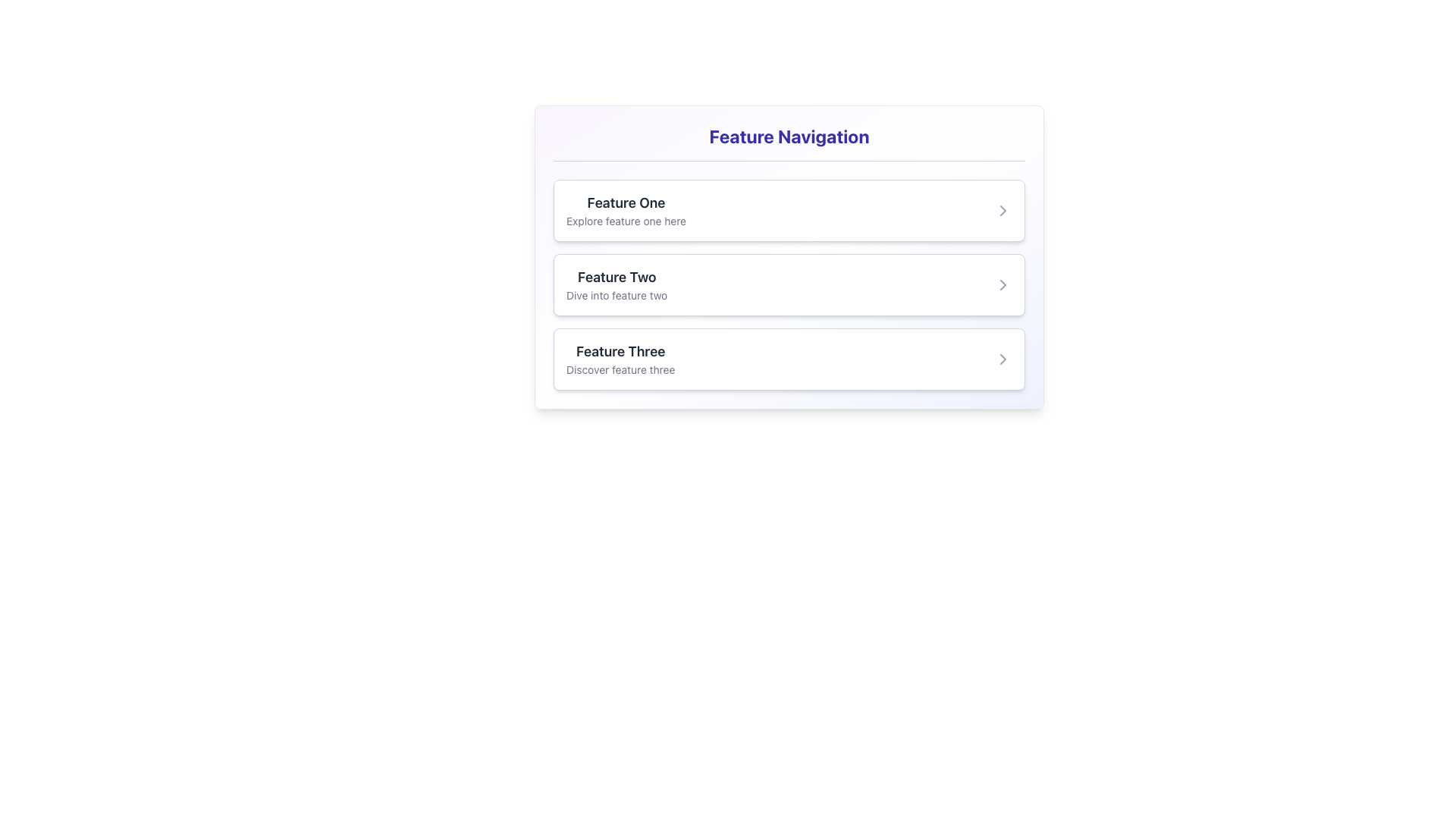 The height and width of the screenshot is (819, 1456). What do you see at coordinates (789, 143) in the screenshot?
I see `the non-interactive Text label that serves as a section title for the content below it` at bounding box center [789, 143].